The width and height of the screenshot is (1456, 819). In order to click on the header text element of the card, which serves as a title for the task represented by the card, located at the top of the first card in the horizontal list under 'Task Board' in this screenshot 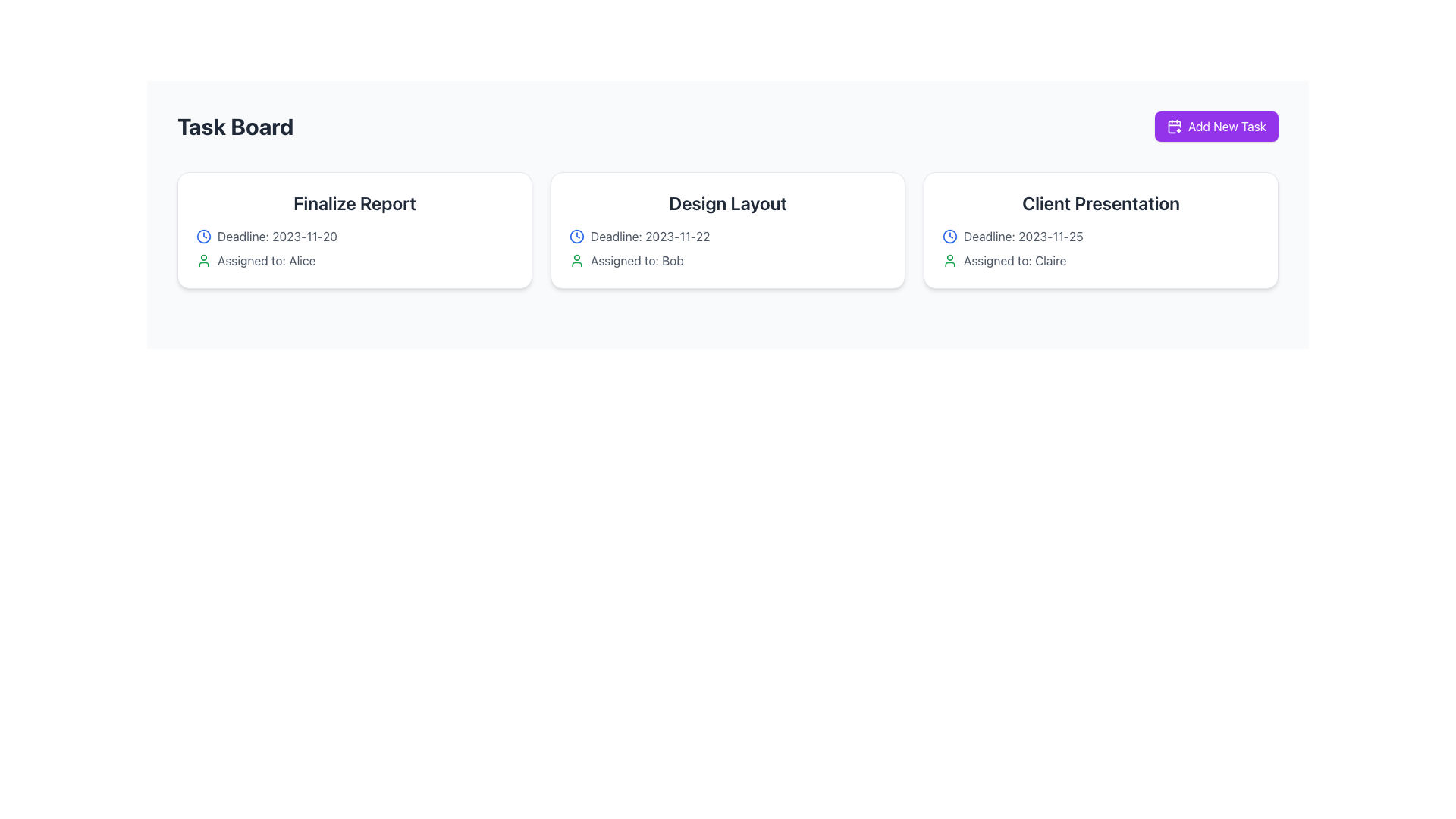, I will do `click(353, 202)`.